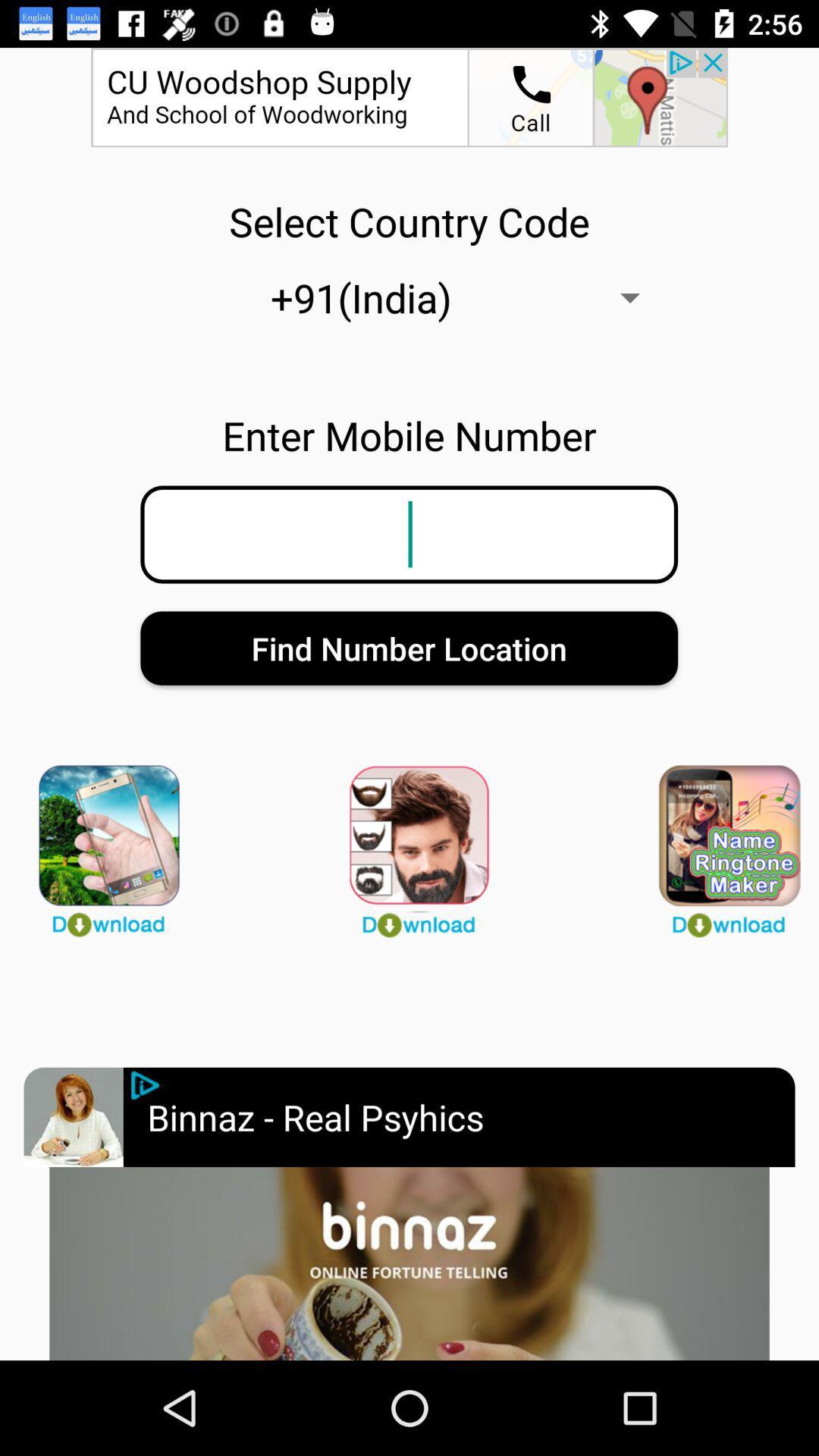 This screenshot has height=1456, width=819. I want to click on download more facial hair options, so click(409, 843).